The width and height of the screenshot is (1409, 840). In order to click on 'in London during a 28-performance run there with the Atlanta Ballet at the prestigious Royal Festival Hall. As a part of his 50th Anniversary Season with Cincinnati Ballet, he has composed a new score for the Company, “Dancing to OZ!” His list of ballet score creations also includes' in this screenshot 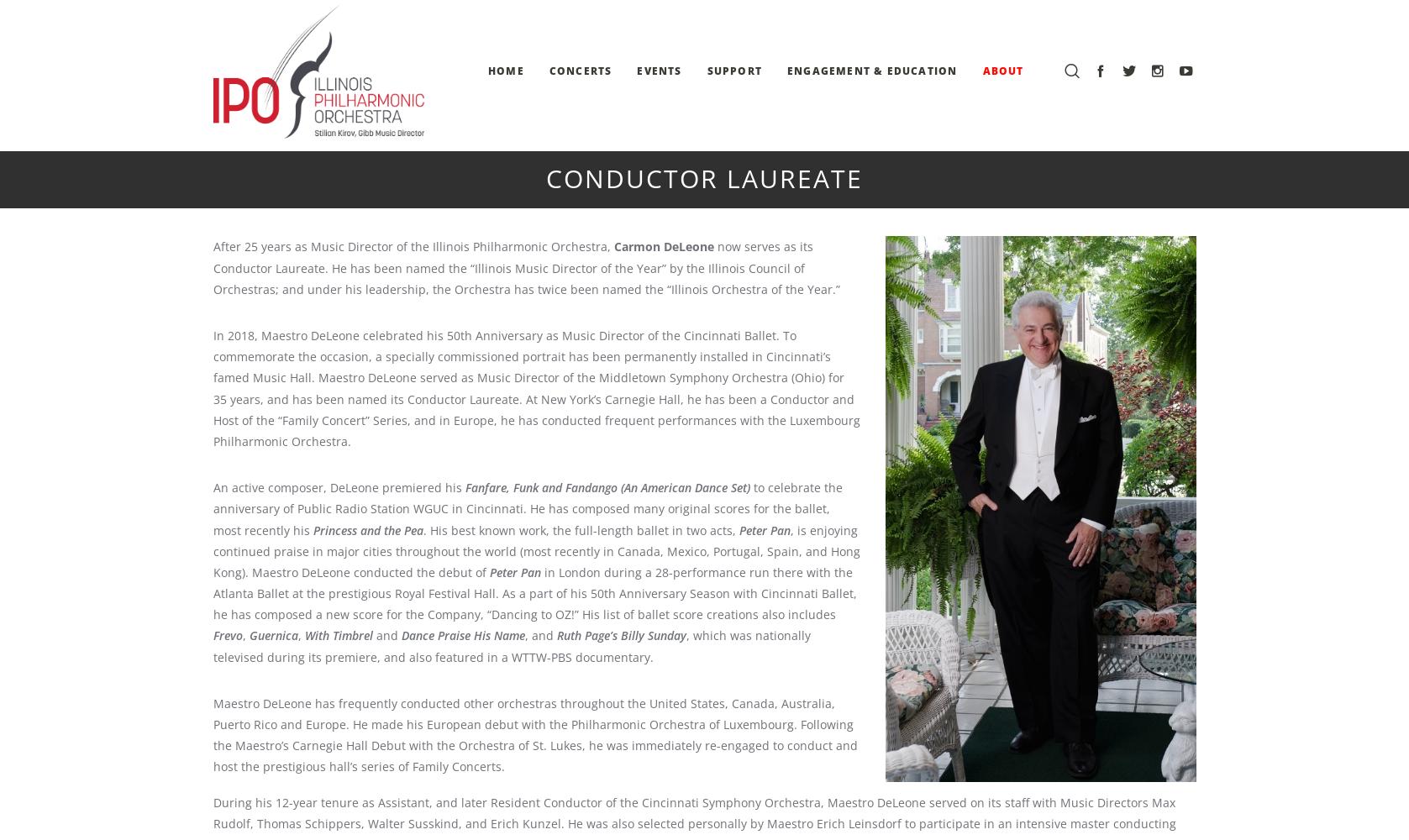, I will do `click(534, 592)`.